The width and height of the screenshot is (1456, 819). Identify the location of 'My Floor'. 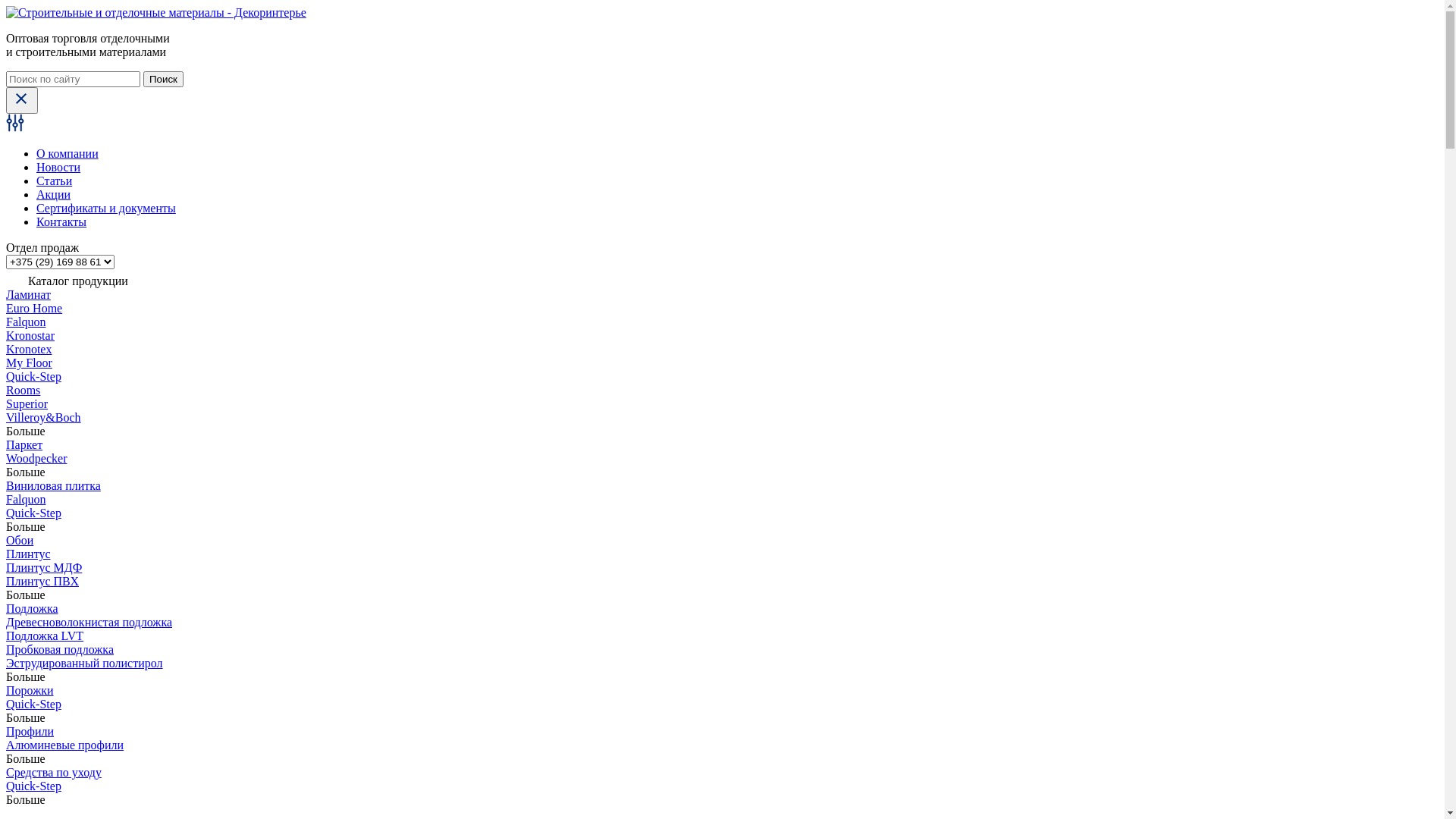
(29, 362).